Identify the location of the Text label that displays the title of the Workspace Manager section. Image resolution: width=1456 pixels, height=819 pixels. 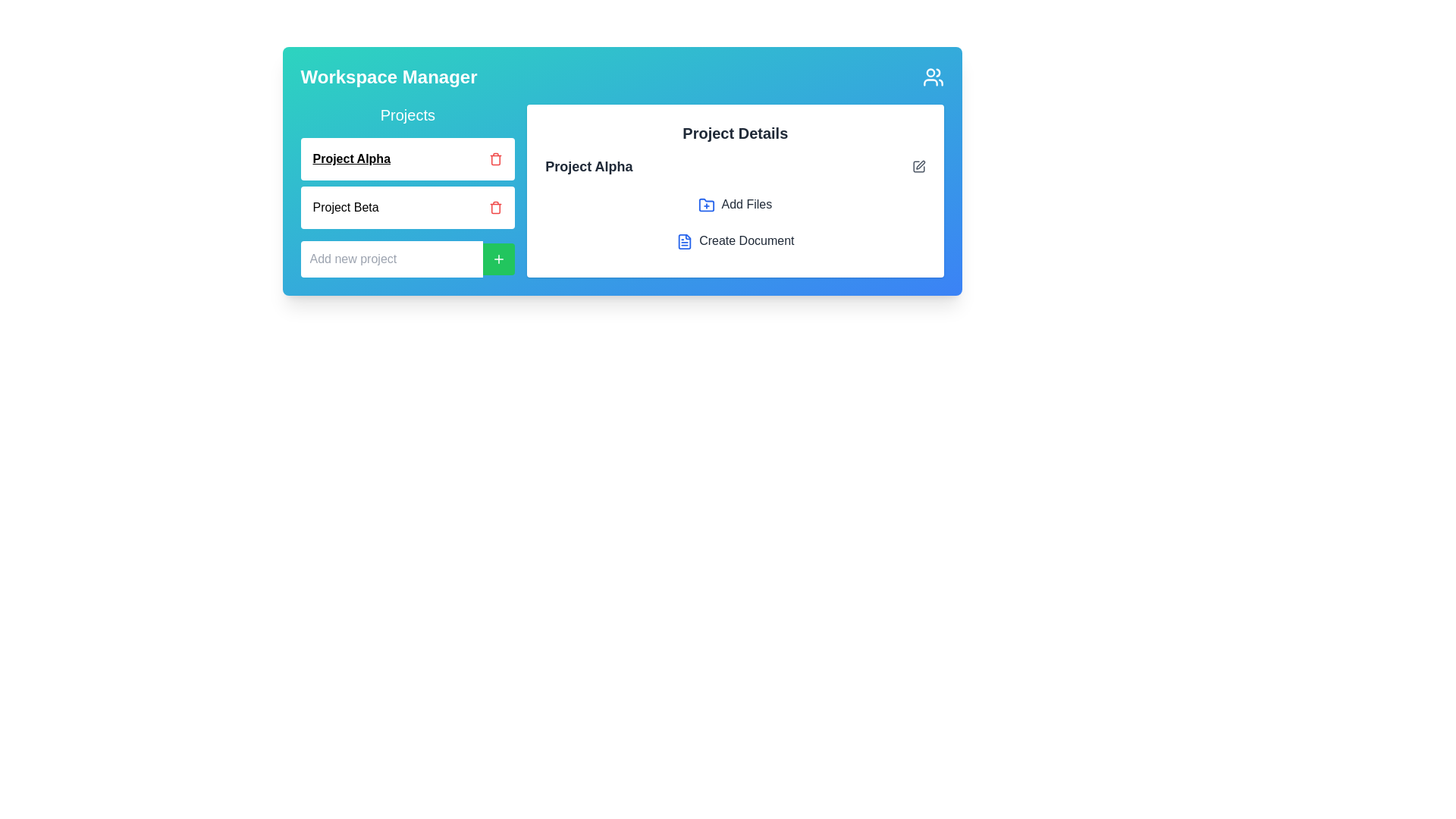
(389, 77).